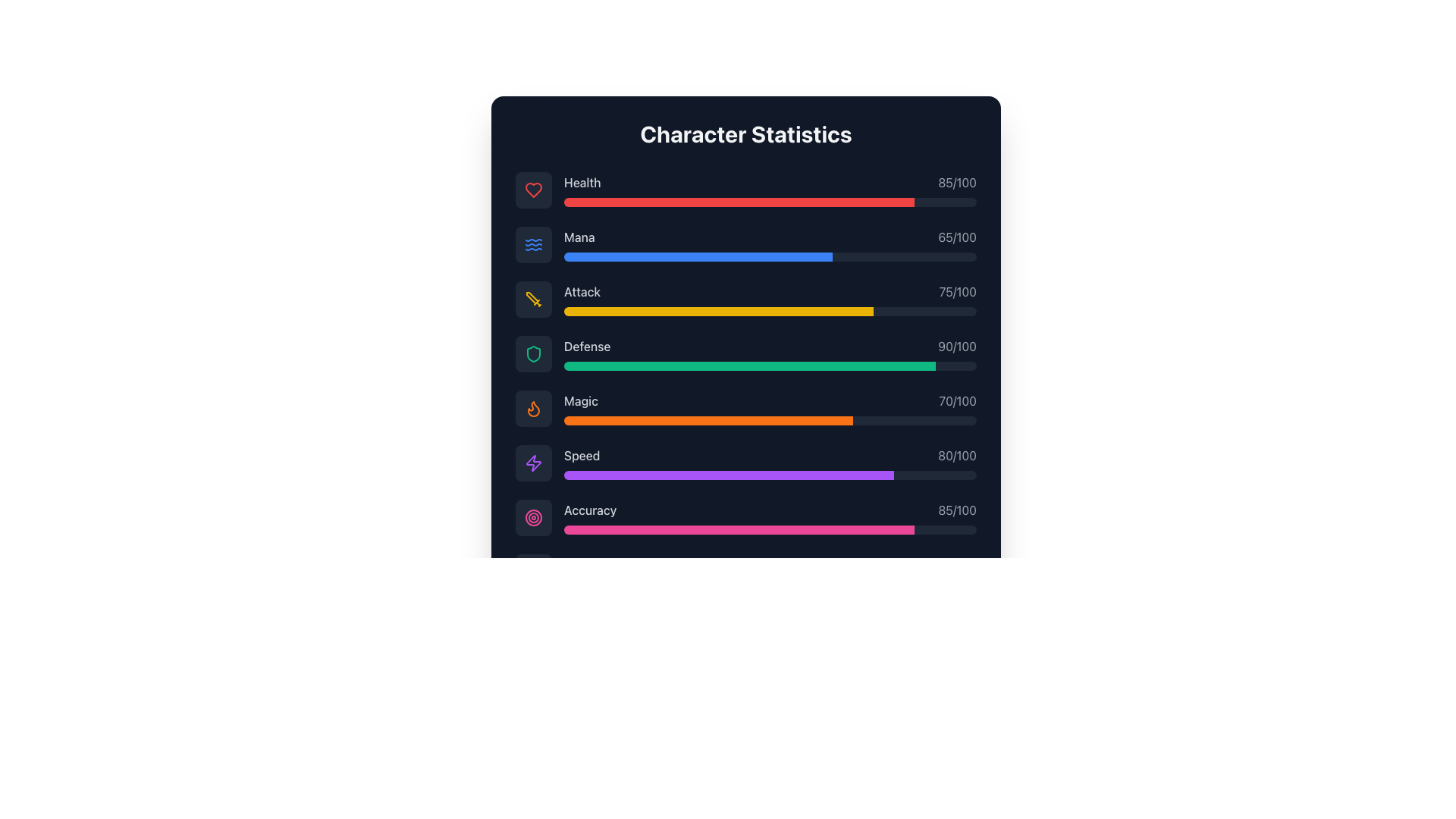 This screenshot has height=819, width=1456. I want to click on the Icon button representing the 'Defense' attribute in the fourth row of the sidebar, so click(534, 353).